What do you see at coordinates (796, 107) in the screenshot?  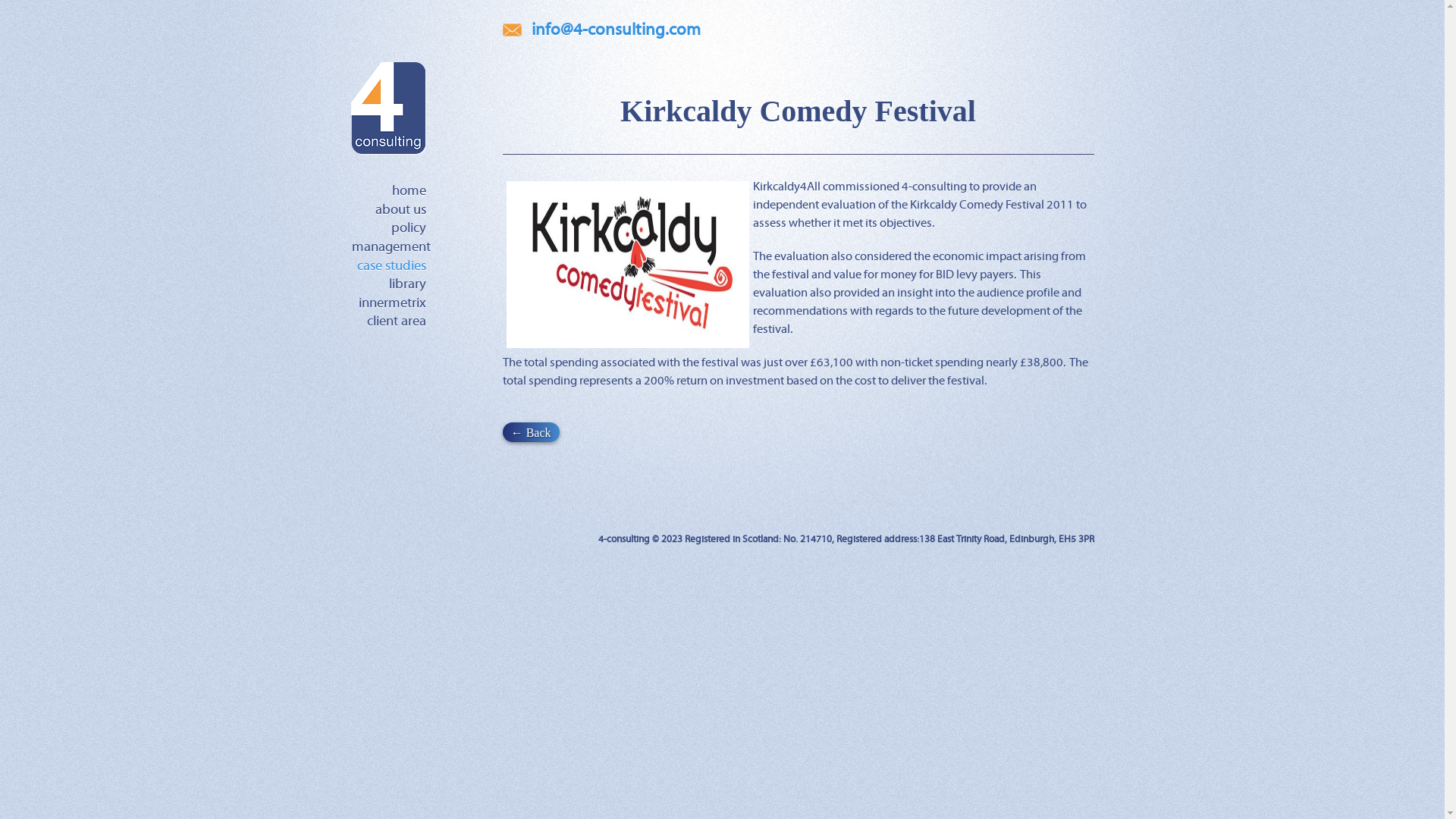 I see `'Kirkcaldy Comedy Festival'` at bounding box center [796, 107].